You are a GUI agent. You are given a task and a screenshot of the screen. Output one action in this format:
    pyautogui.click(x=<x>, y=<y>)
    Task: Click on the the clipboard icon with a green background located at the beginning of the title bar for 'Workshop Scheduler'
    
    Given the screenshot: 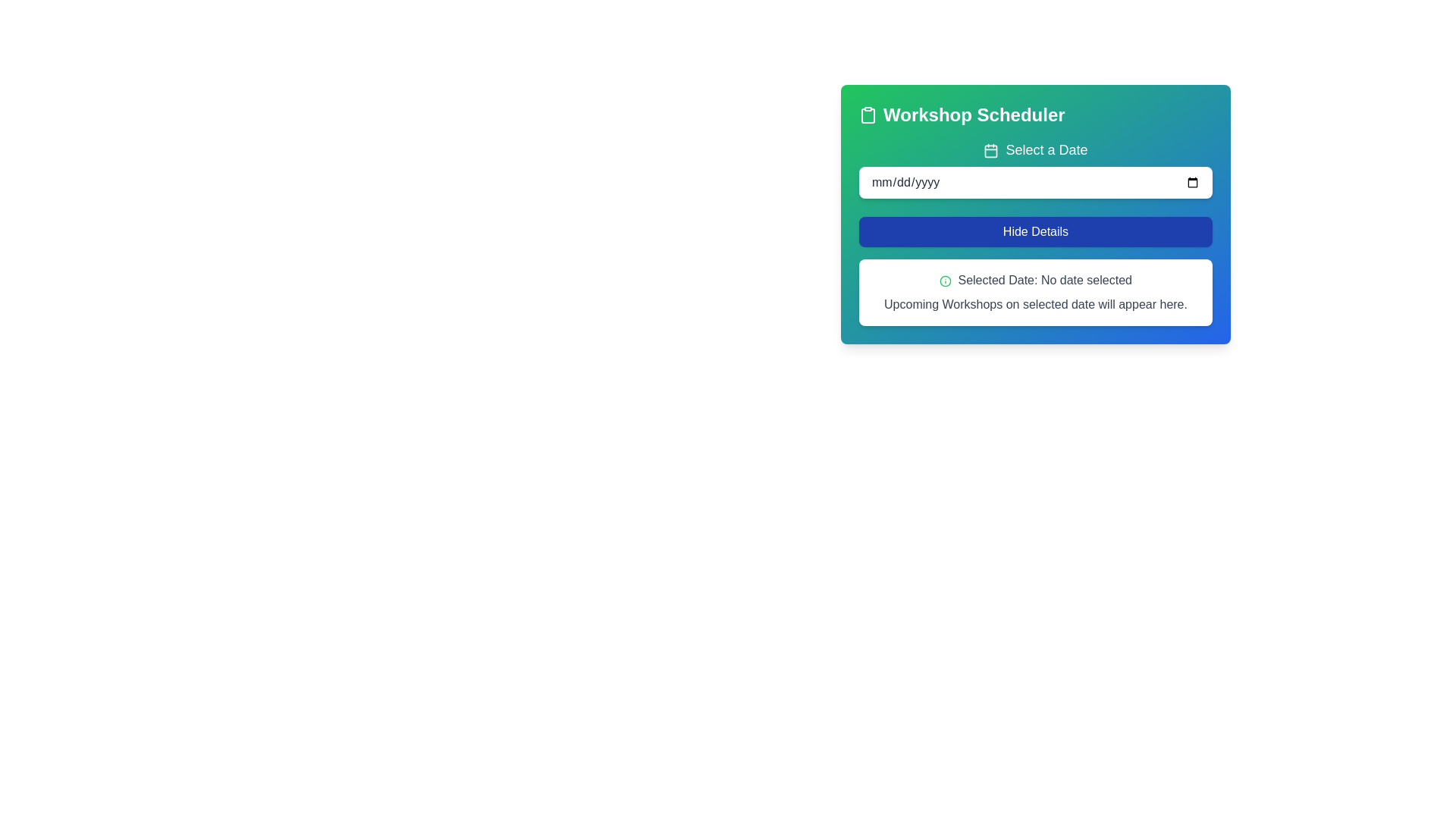 What is the action you would take?
    pyautogui.click(x=868, y=114)
    